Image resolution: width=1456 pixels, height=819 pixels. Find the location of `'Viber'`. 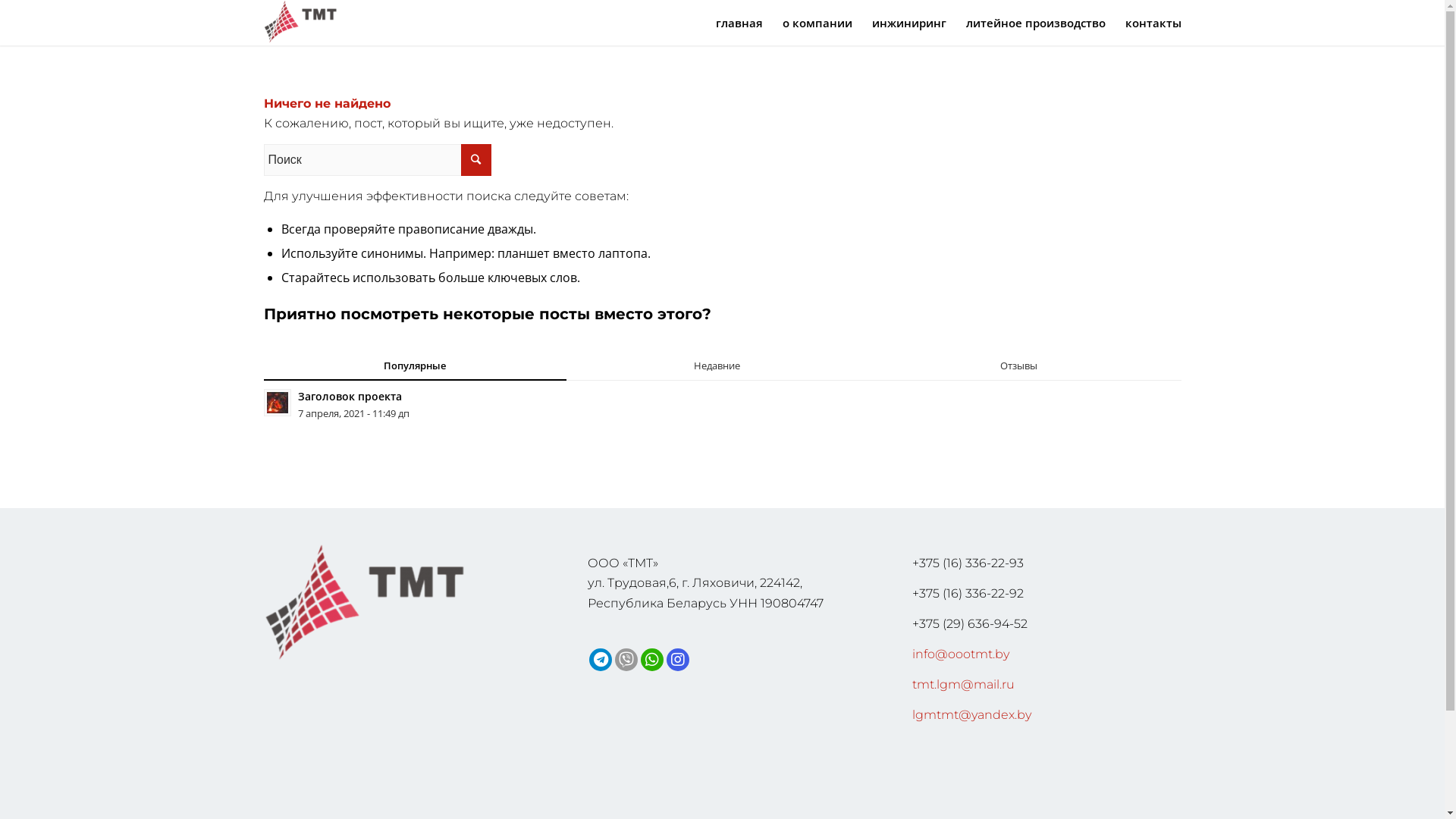

'Viber' is located at coordinates (626, 659).